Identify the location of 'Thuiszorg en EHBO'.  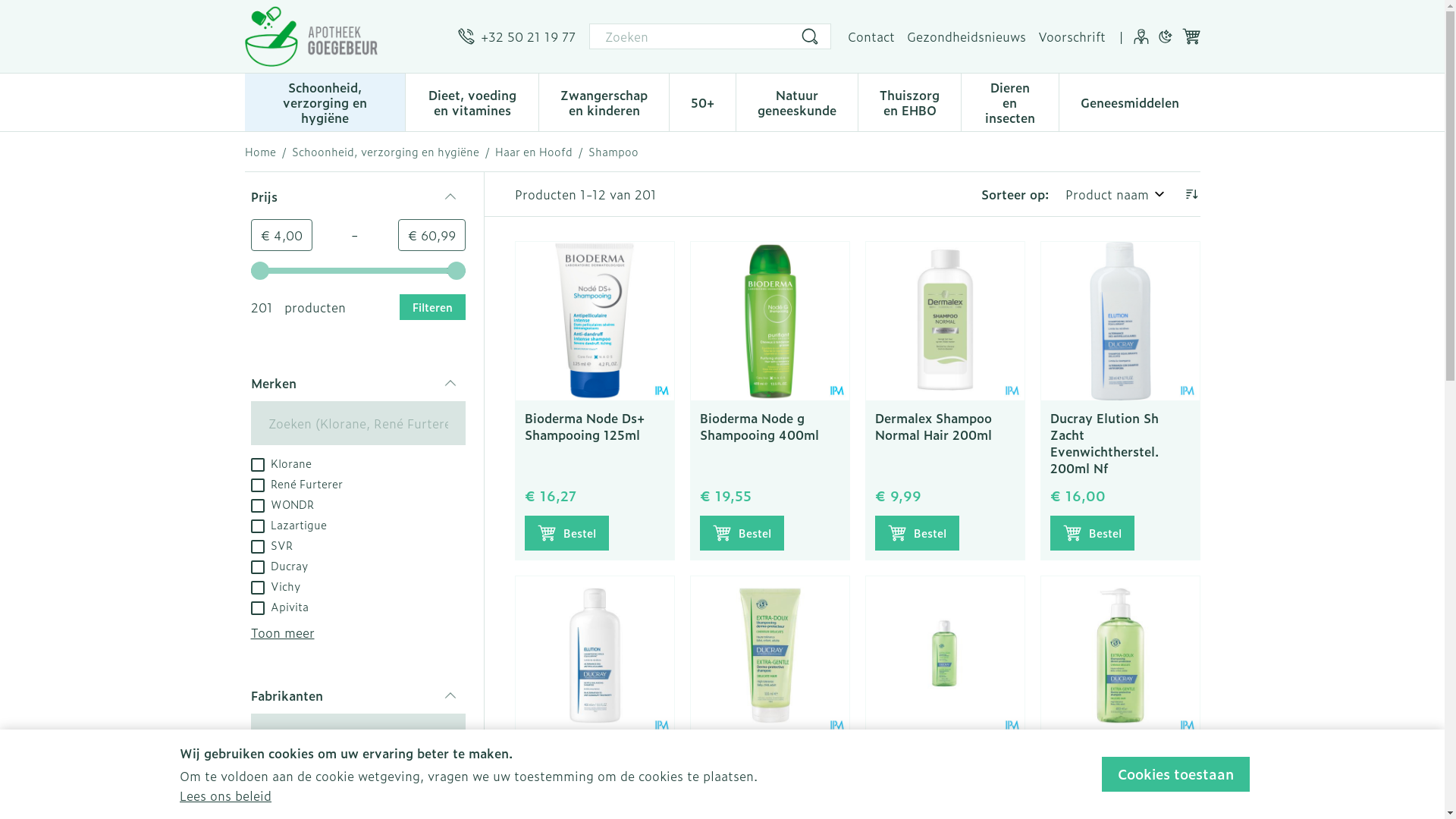
(909, 100).